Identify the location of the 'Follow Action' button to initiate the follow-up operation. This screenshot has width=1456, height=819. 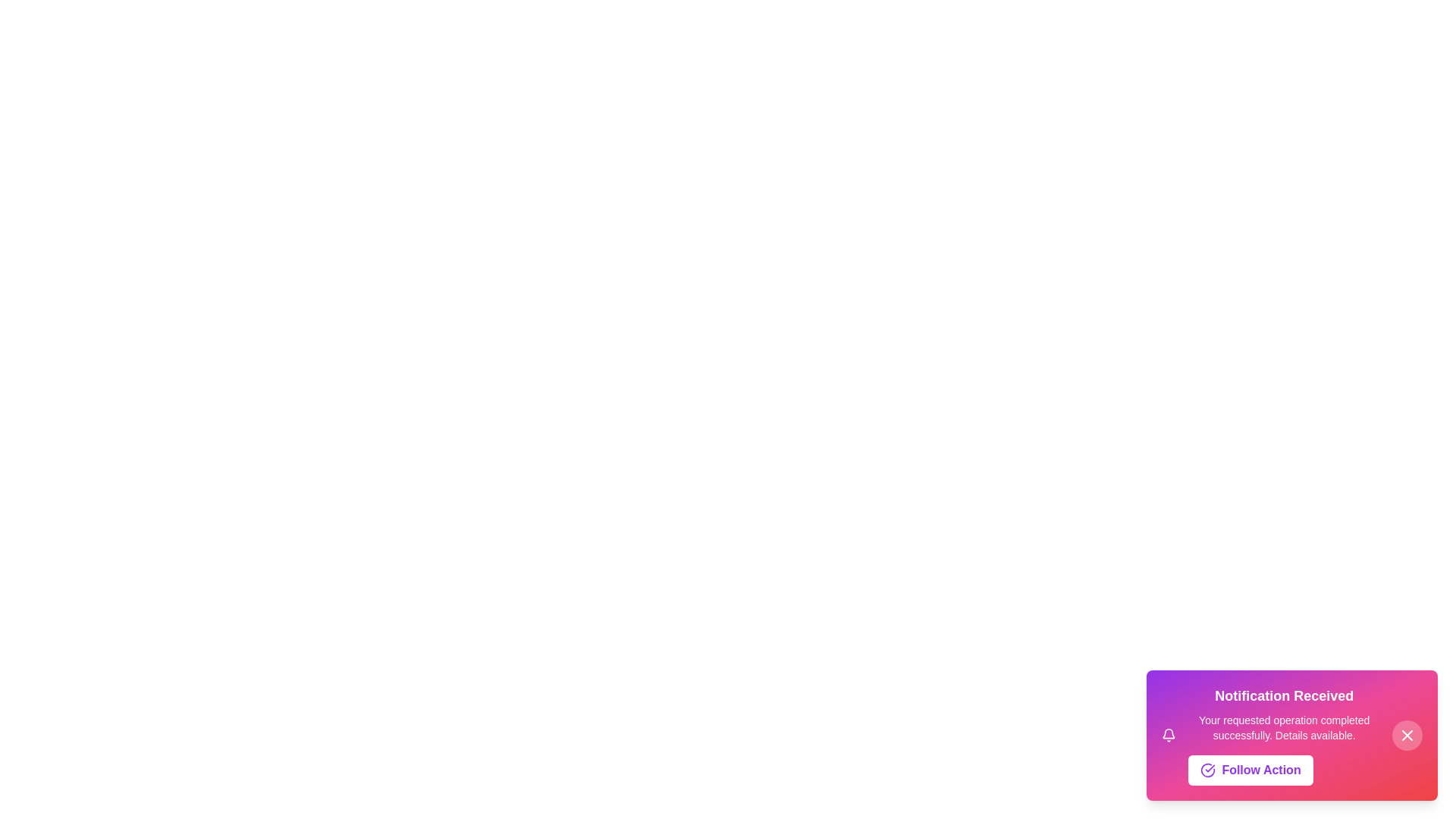
(1250, 770).